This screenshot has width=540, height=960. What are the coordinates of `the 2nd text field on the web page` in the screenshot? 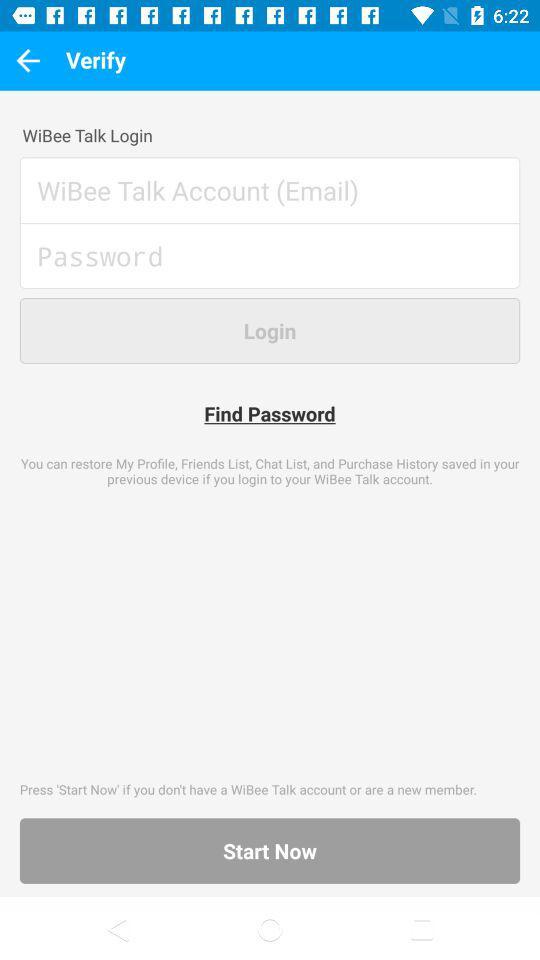 It's located at (270, 264).